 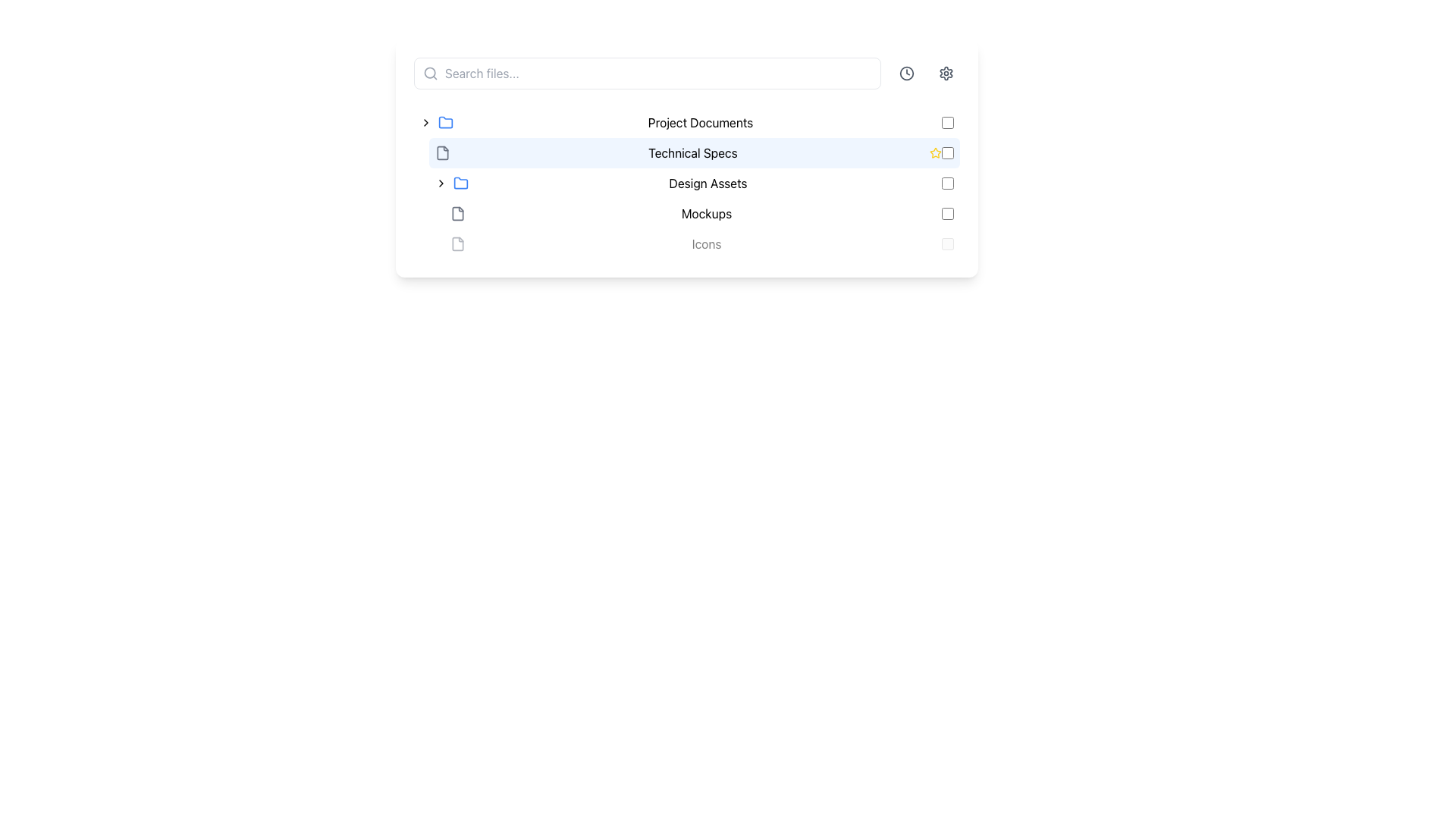 I want to click on the text 'Mockups' in the file list, so click(x=686, y=213).